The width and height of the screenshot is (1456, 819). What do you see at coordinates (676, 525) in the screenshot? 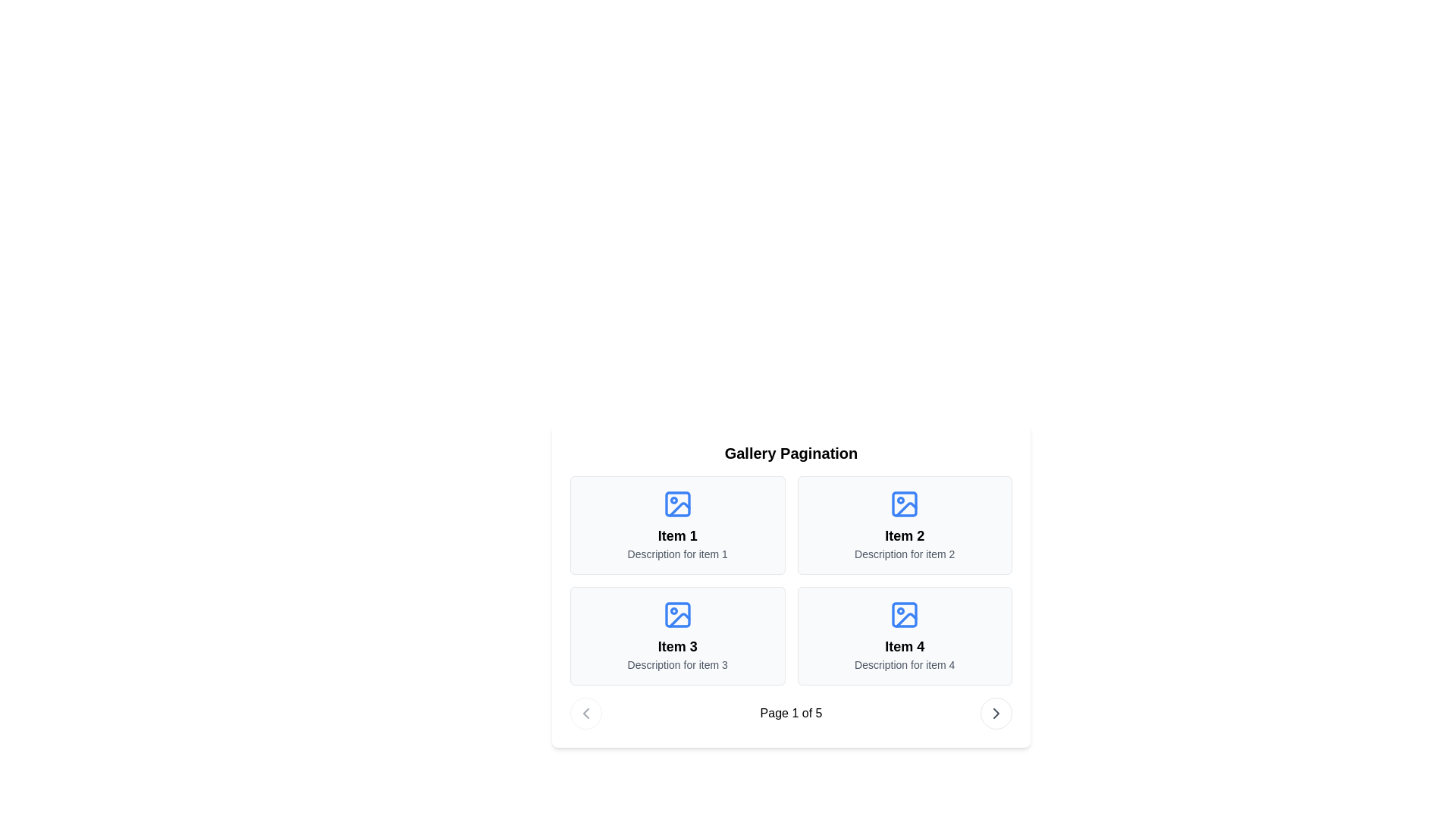
I see `the top-left card in the grid that provides information related to 'Item 1'` at bounding box center [676, 525].